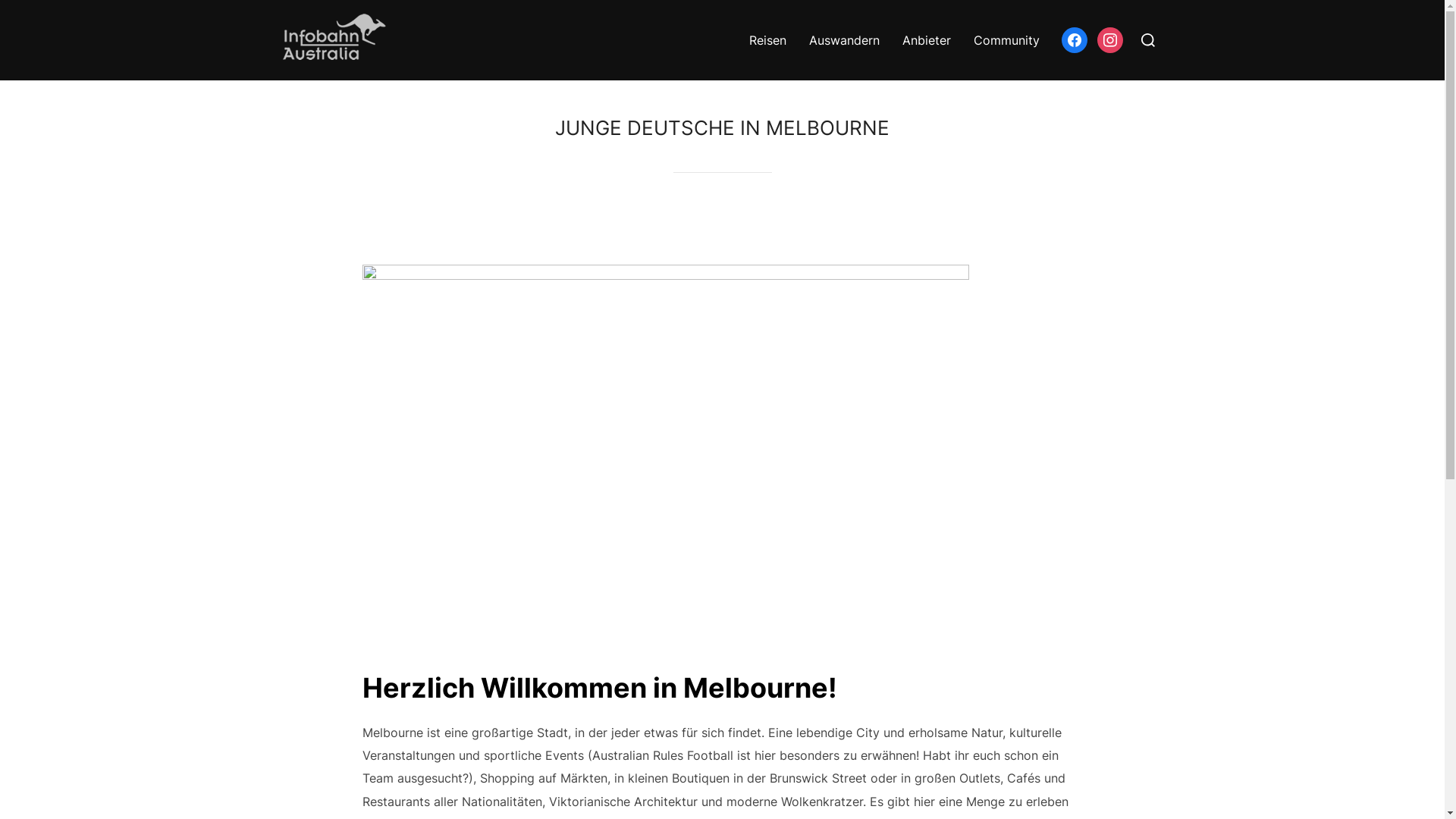  What do you see at coordinates (1073, 37) in the screenshot?
I see `'facebook'` at bounding box center [1073, 37].